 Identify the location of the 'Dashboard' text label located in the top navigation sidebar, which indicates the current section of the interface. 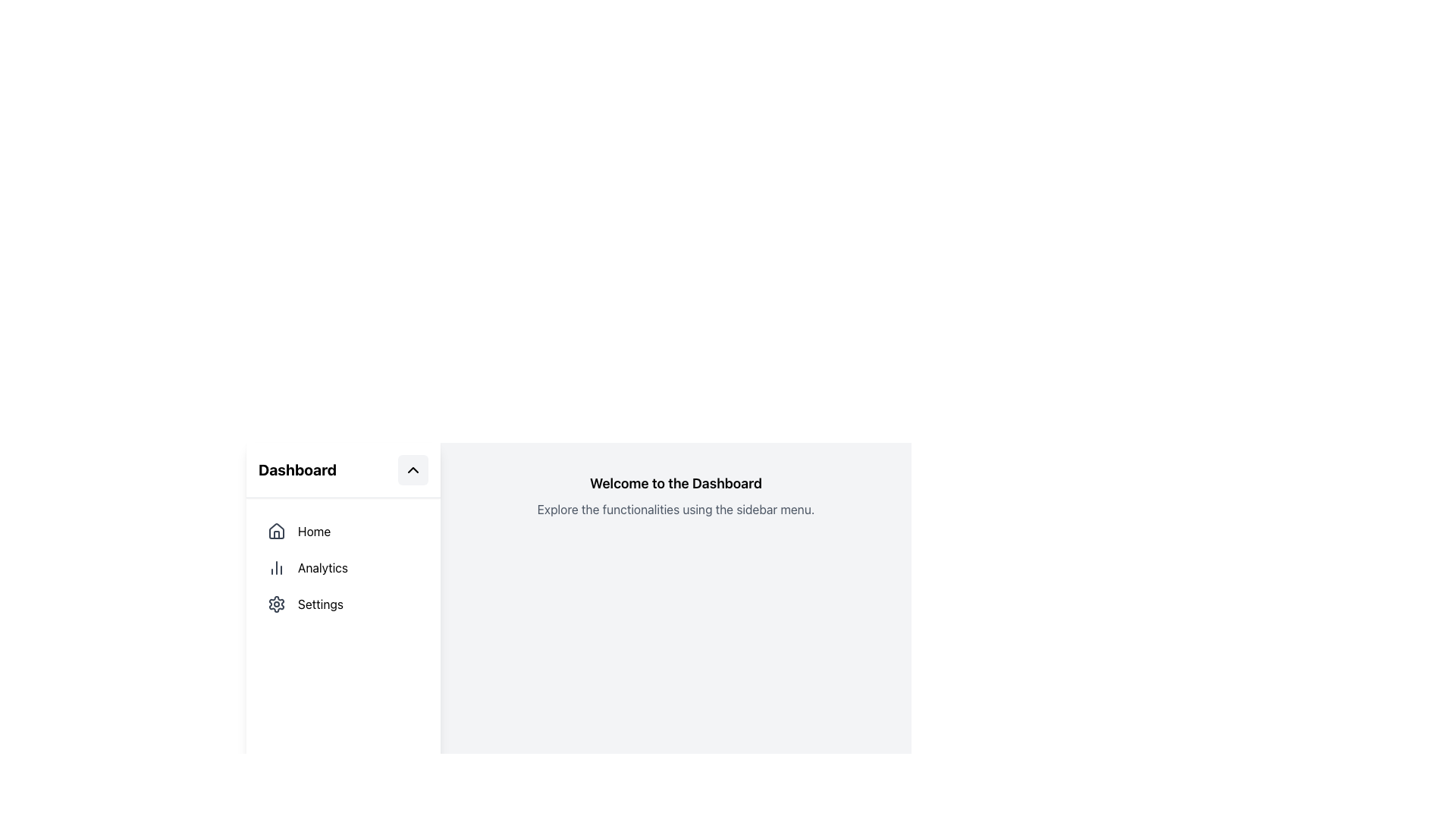
(297, 469).